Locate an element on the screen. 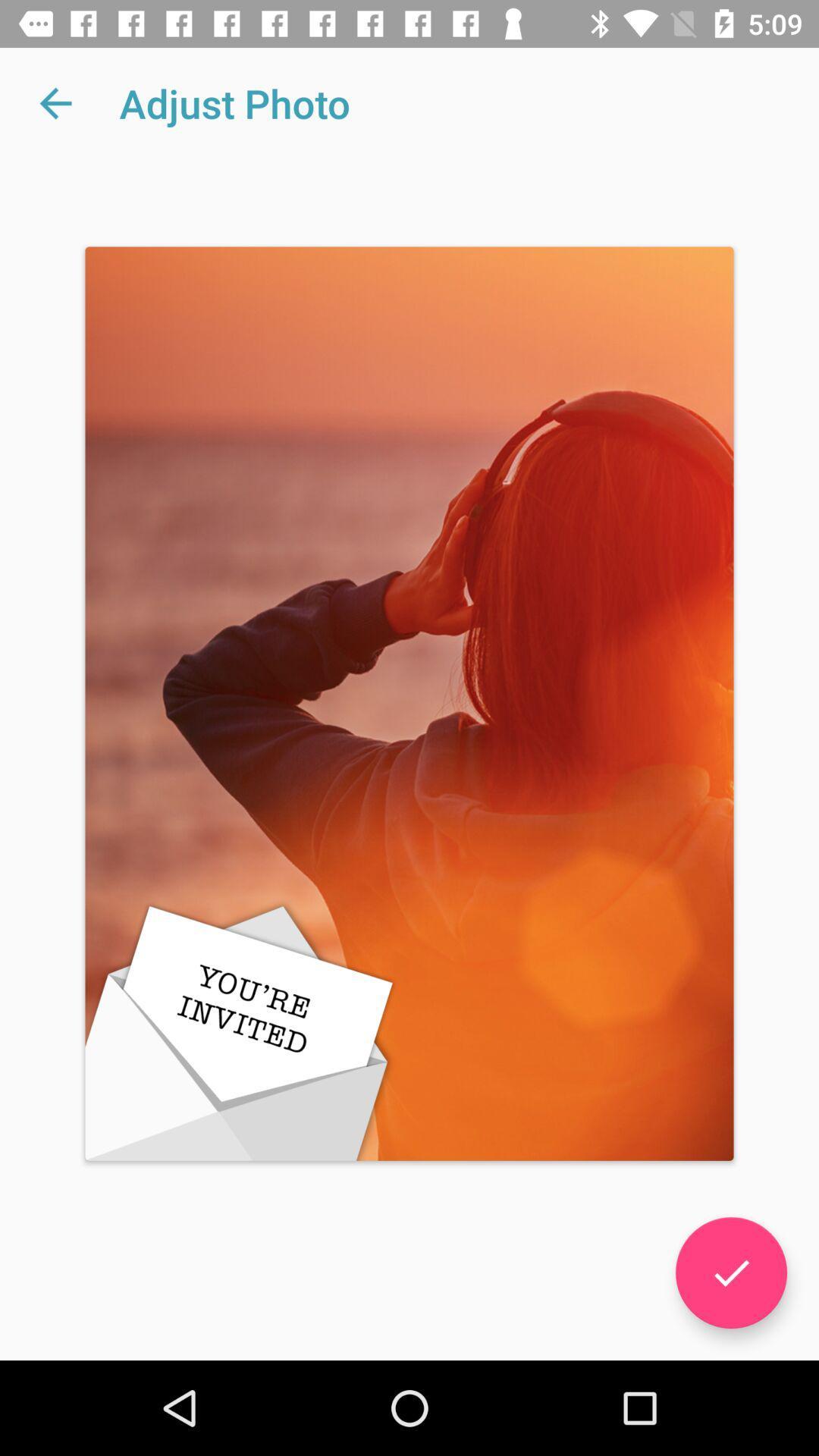 Image resolution: width=819 pixels, height=1456 pixels. item at the bottom right corner is located at coordinates (730, 1272).